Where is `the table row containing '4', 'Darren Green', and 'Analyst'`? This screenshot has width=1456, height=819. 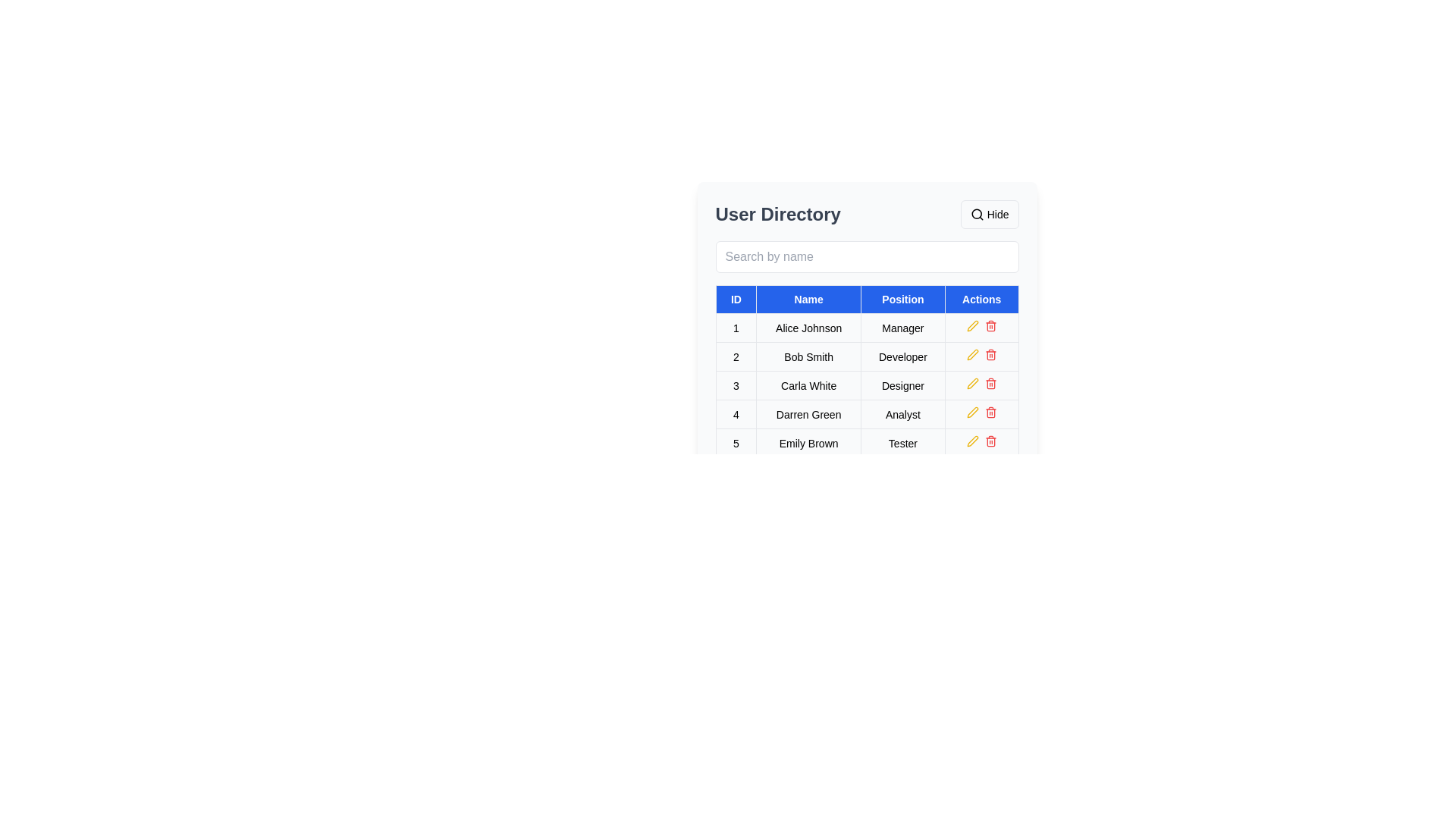
the table row containing '4', 'Darren Green', and 'Analyst' is located at coordinates (867, 414).